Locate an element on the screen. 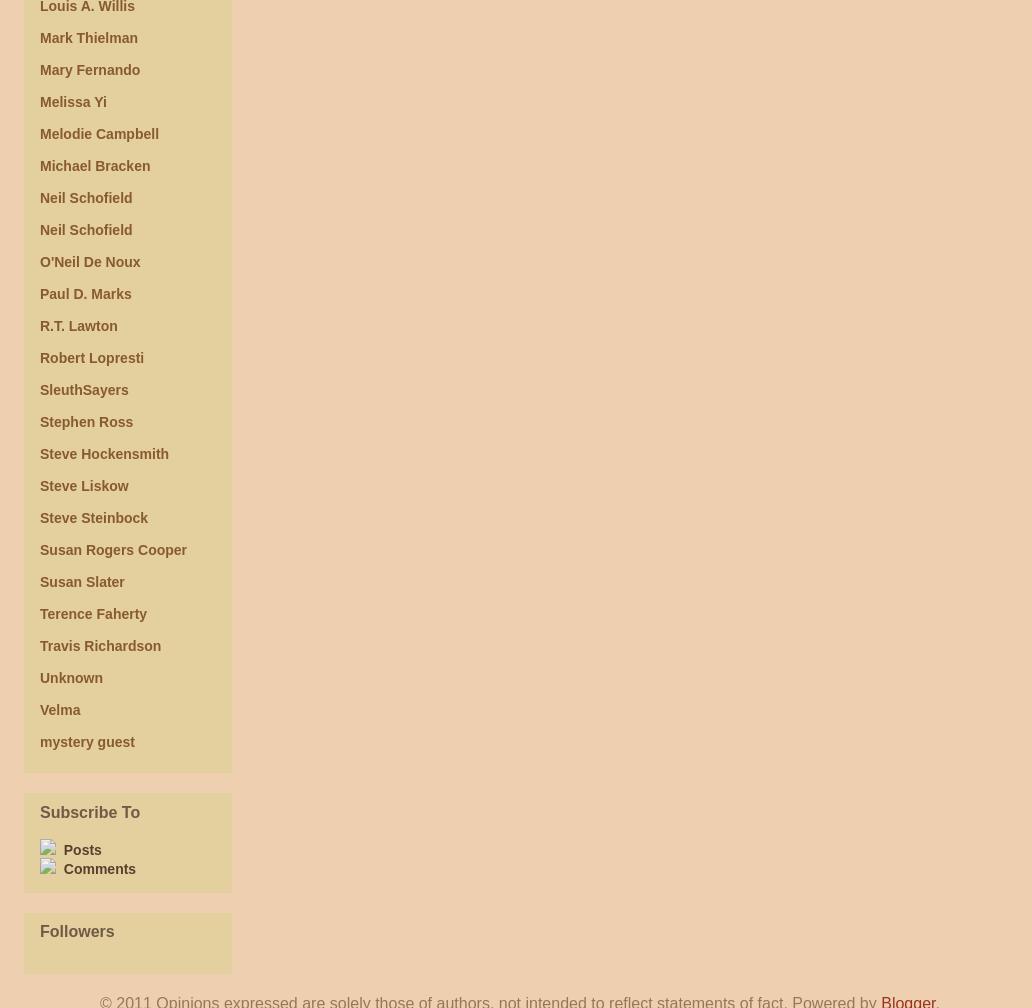  'Melissa Yi' is located at coordinates (72, 102).